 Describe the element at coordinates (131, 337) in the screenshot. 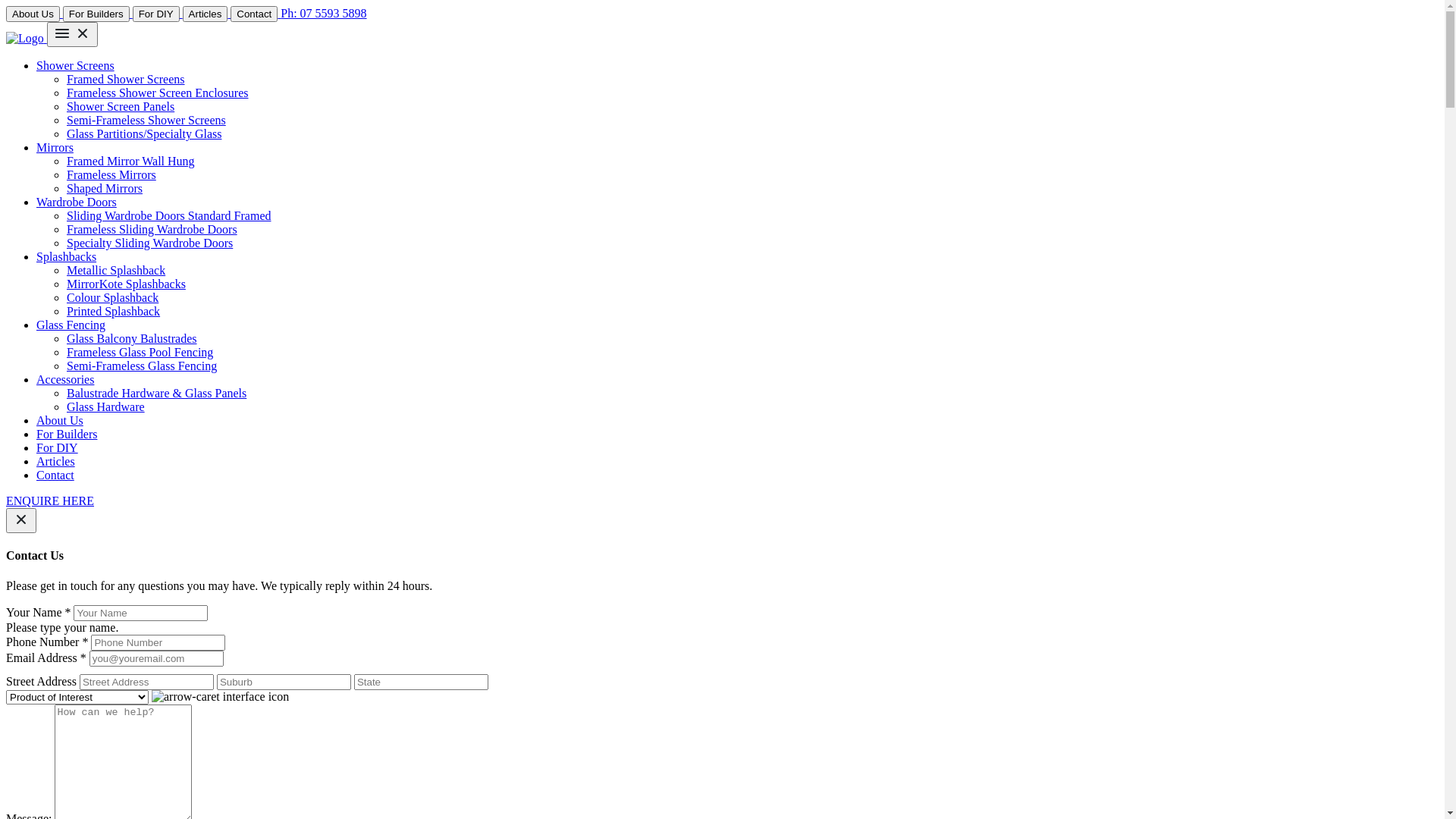

I see `'Glass Balcony Balustrades'` at that location.